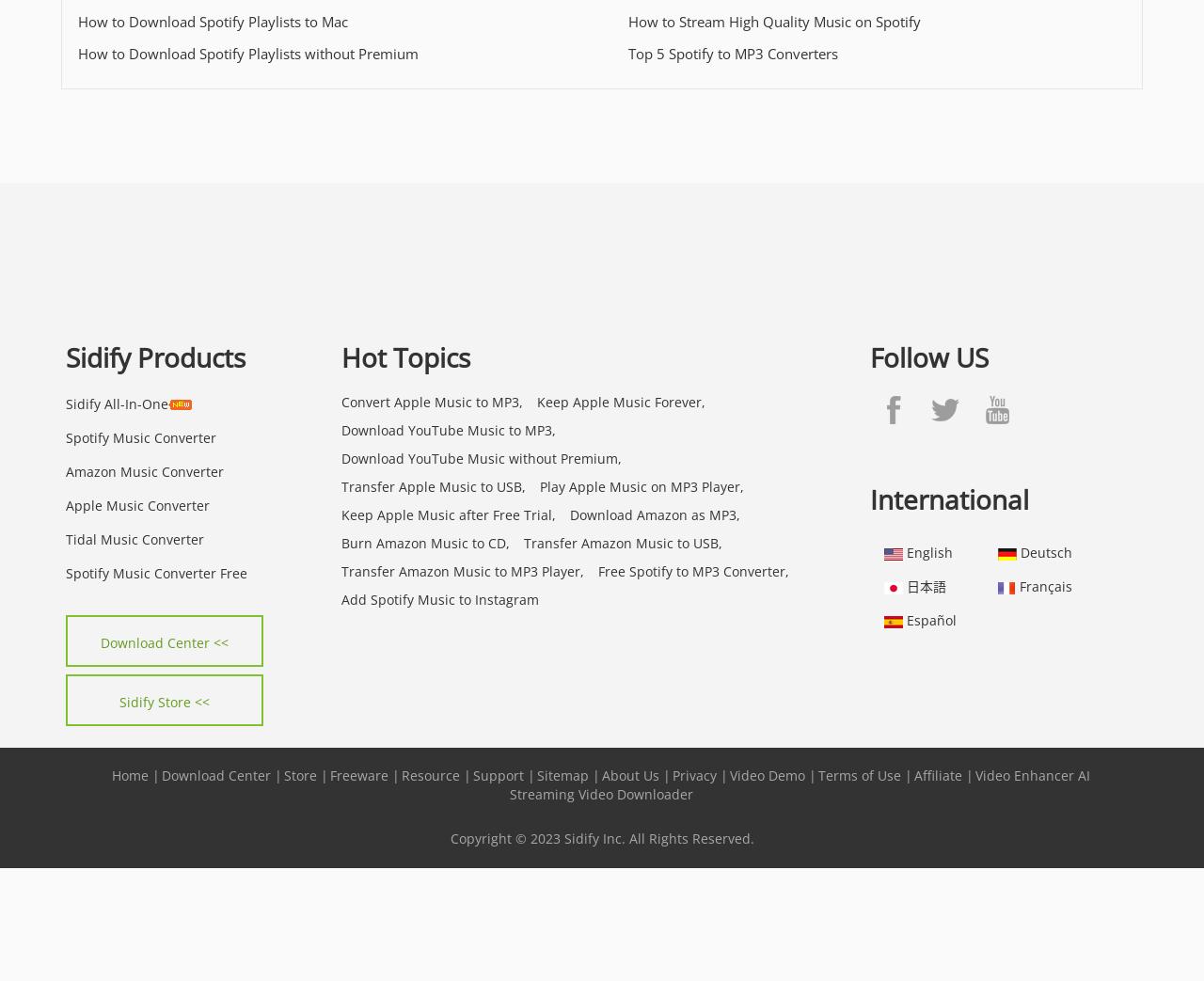  What do you see at coordinates (164, 701) in the screenshot?
I see `'Sidify Store   <<'` at bounding box center [164, 701].